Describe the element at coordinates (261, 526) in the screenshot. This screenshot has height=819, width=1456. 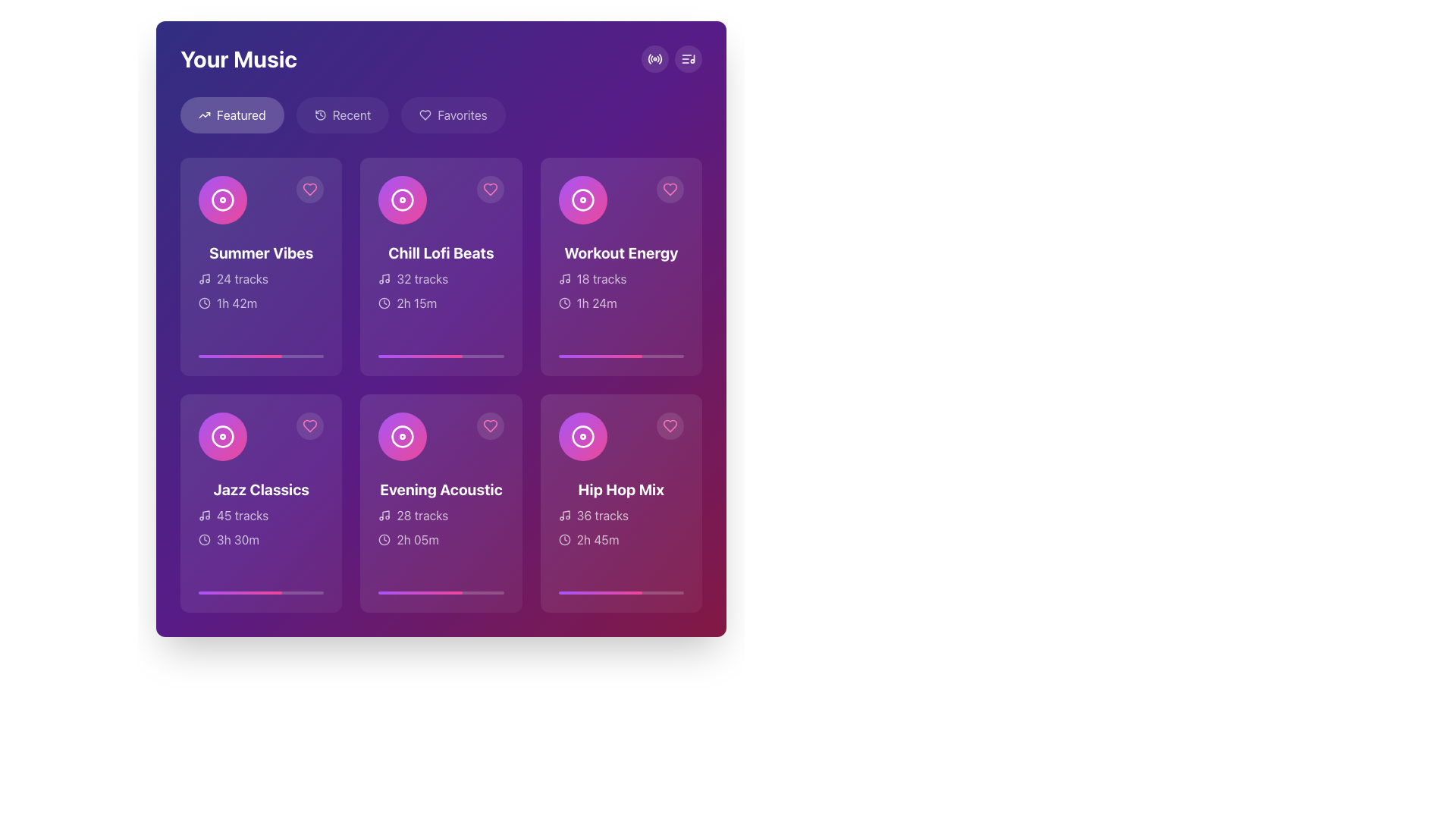
I see `text information displayed in the read-only informational label located at the bottom-left quadrant of the 'Jazz Classics' card, which shows the number of tracks and total duration` at that location.